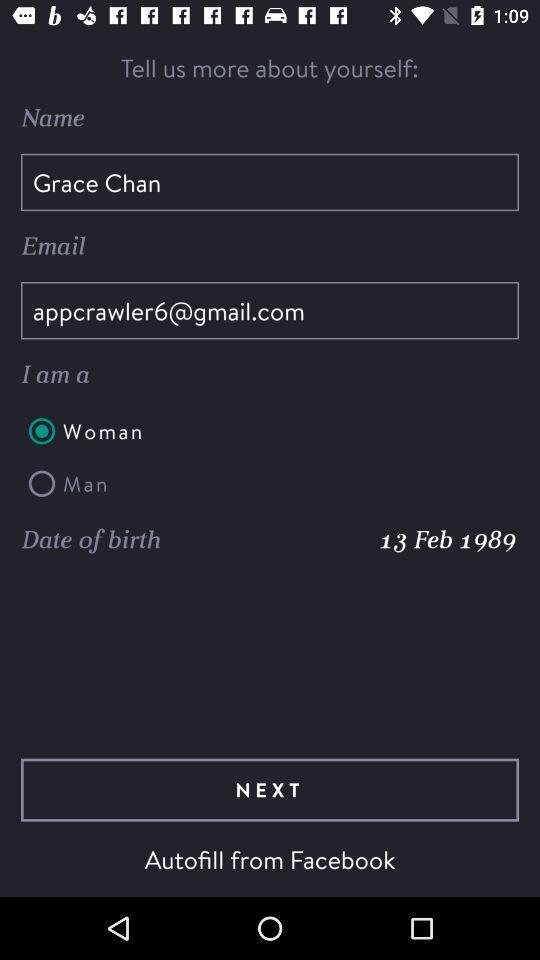 This screenshot has width=540, height=960. I want to click on the grace chan, so click(270, 182).